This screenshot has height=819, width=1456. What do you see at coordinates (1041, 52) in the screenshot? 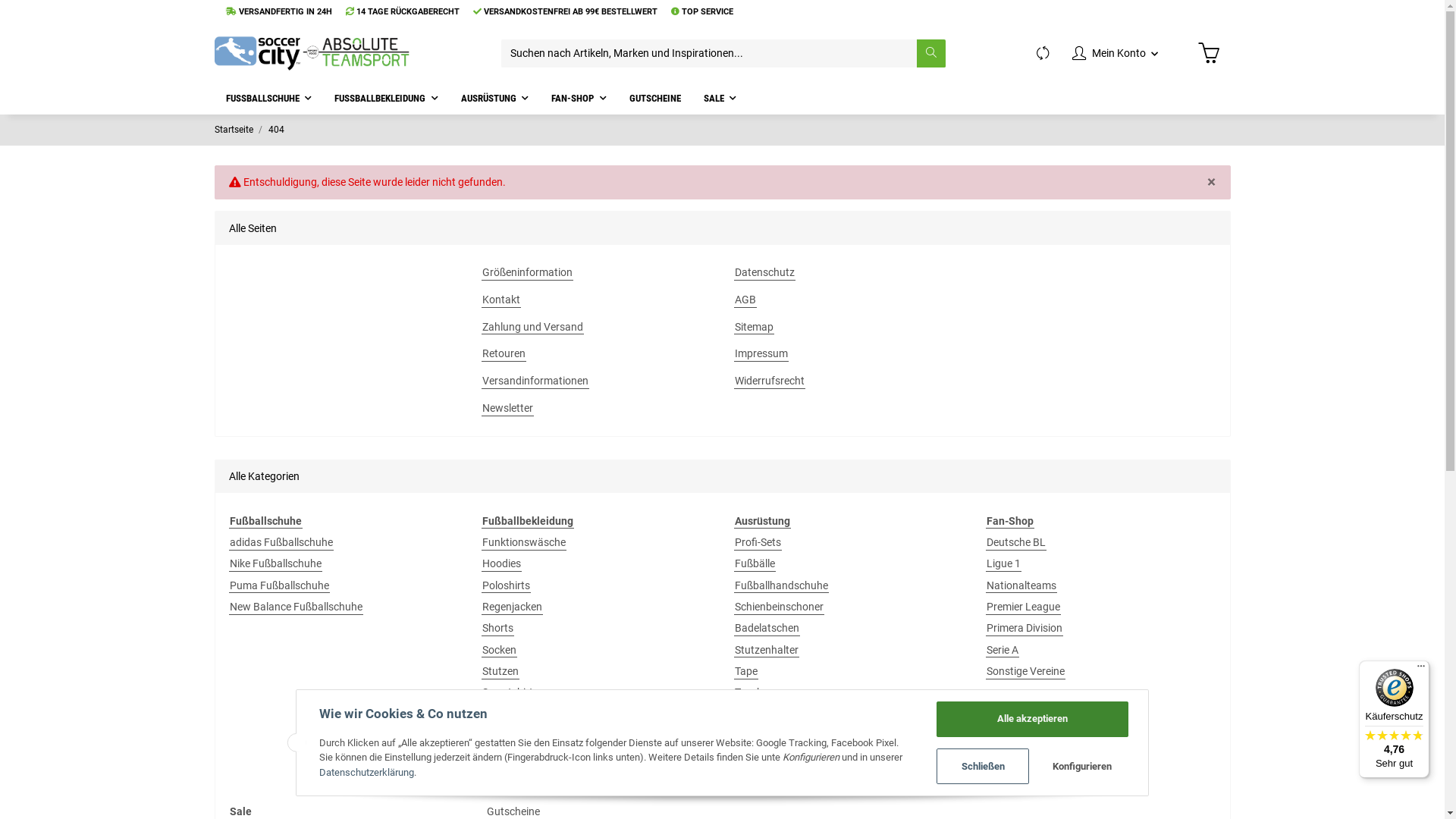
I see `'Vergleichsliste'` at bounding box center [1041, 52].